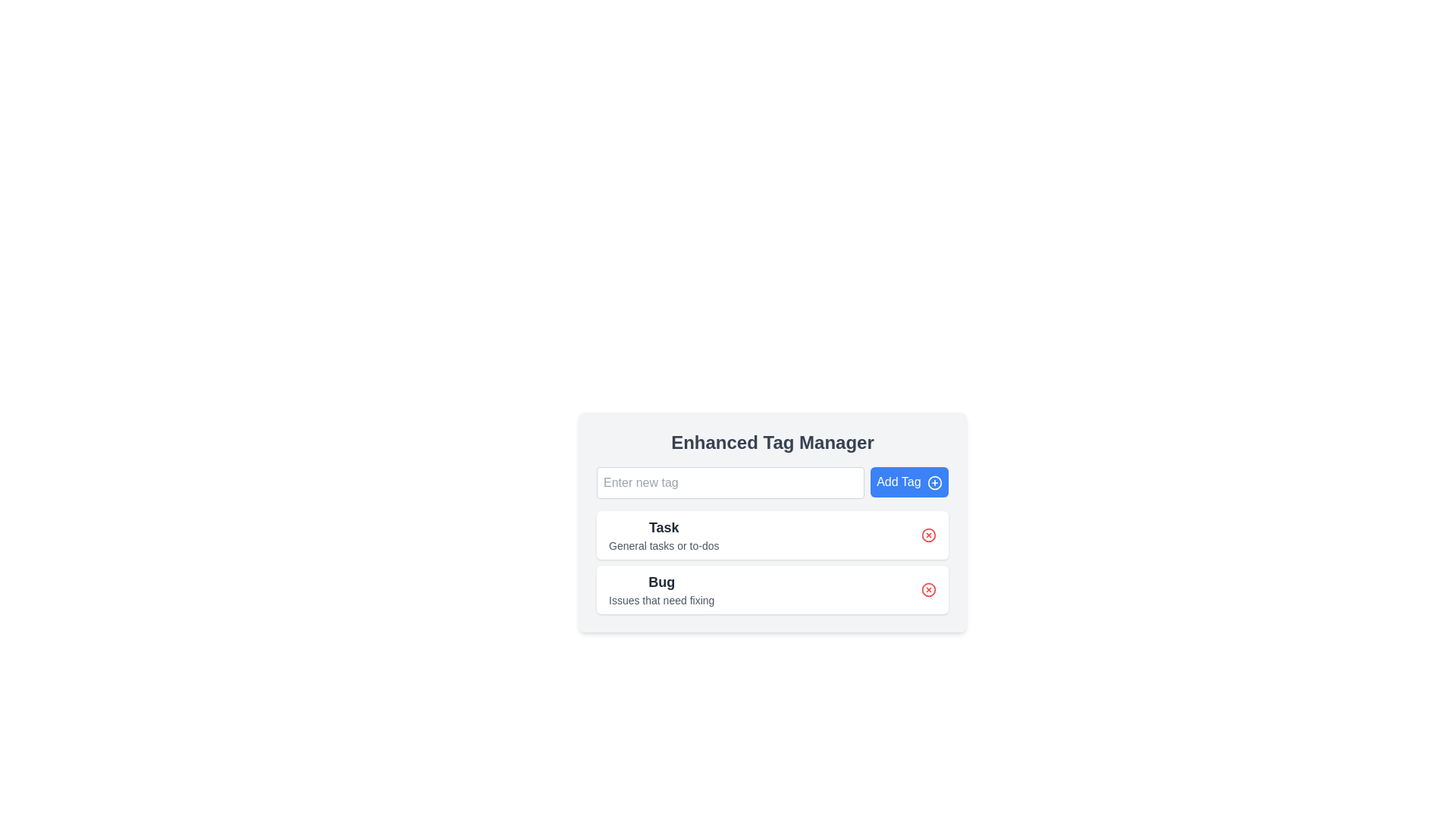  I want to click on the first ListItem titled 'Task', so click(772, 534).